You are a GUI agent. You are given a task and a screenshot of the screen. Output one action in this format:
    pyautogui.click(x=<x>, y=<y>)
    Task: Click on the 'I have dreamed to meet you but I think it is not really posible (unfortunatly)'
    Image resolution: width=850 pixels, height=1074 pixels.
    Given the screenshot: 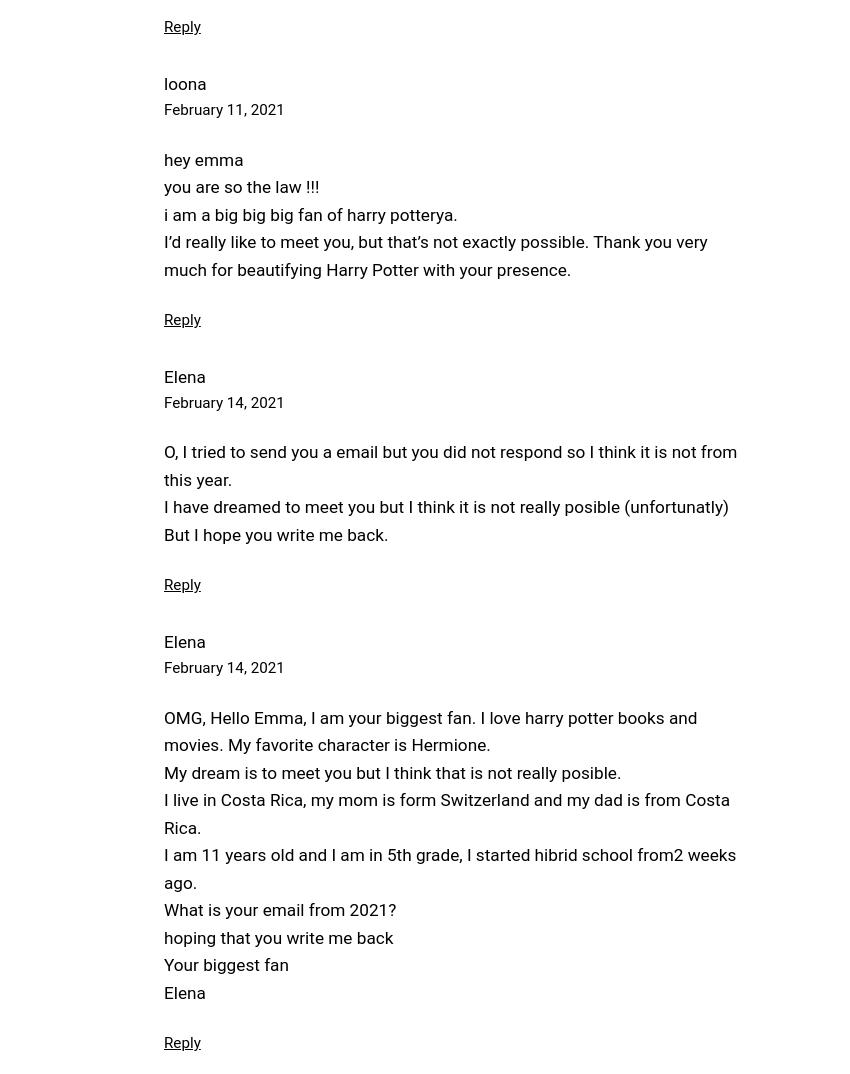 What is the action you would take?
    pyautogui.click(x=445, y=507)
    